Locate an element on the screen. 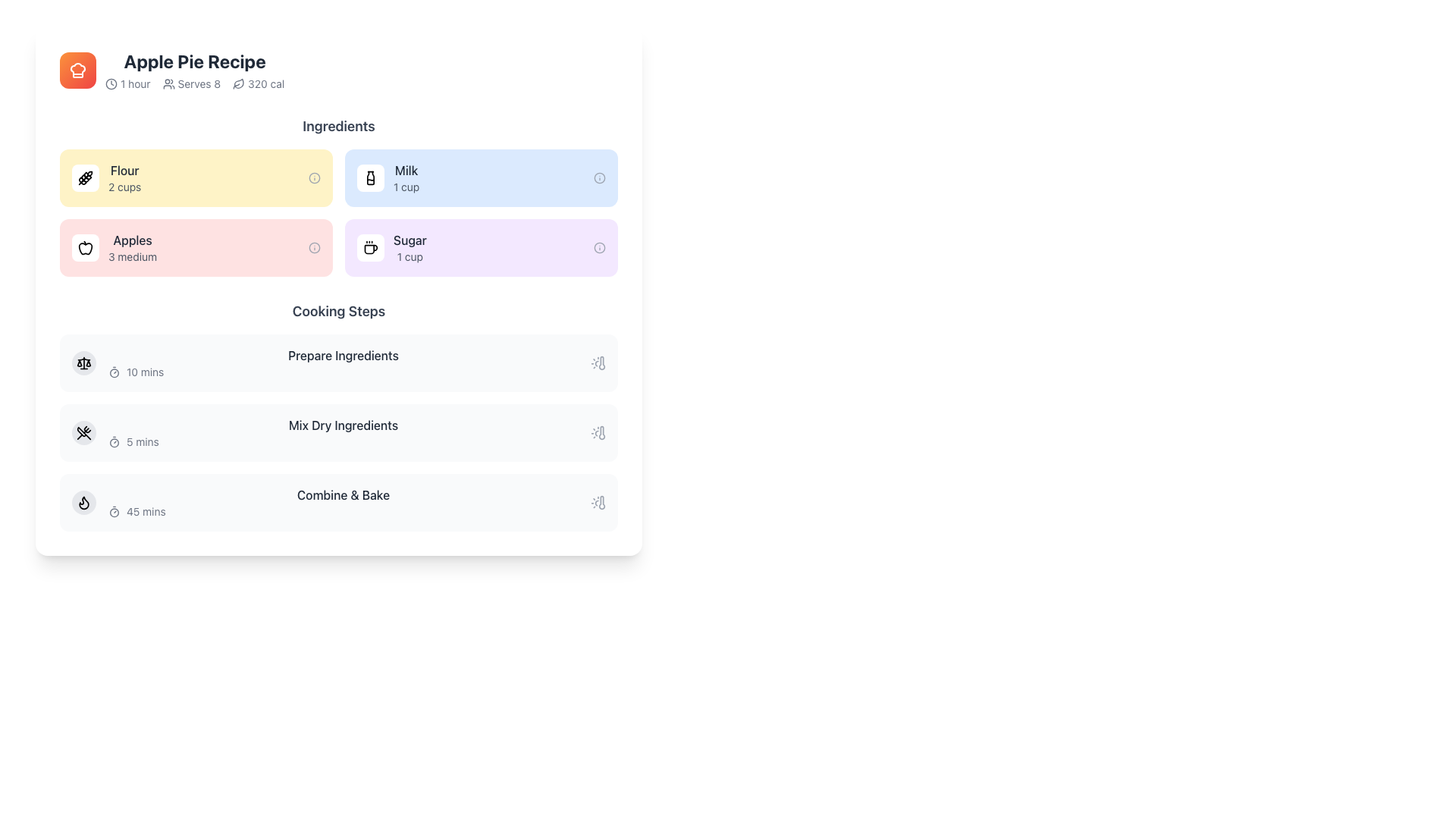  the SVG icon representing 'Sugar' in the Ingredients section of the interface is located at coordinates (371, 249).